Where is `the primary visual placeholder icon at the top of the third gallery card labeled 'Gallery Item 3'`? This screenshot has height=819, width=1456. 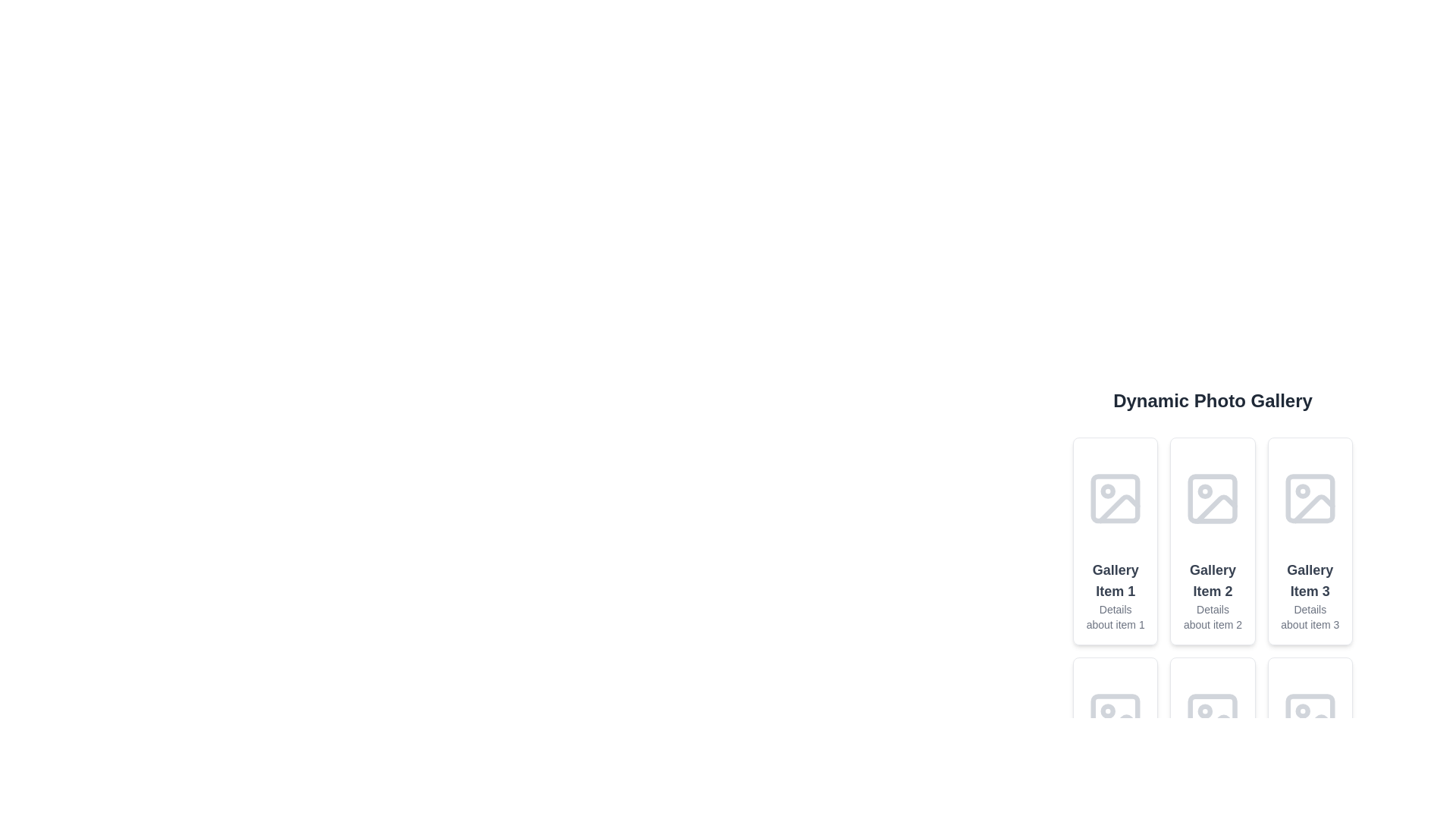 the primary visual placeholder icon at the top of the third gallery card labeled 'Gallery Item 3' is located at coordinates (1309, 499).